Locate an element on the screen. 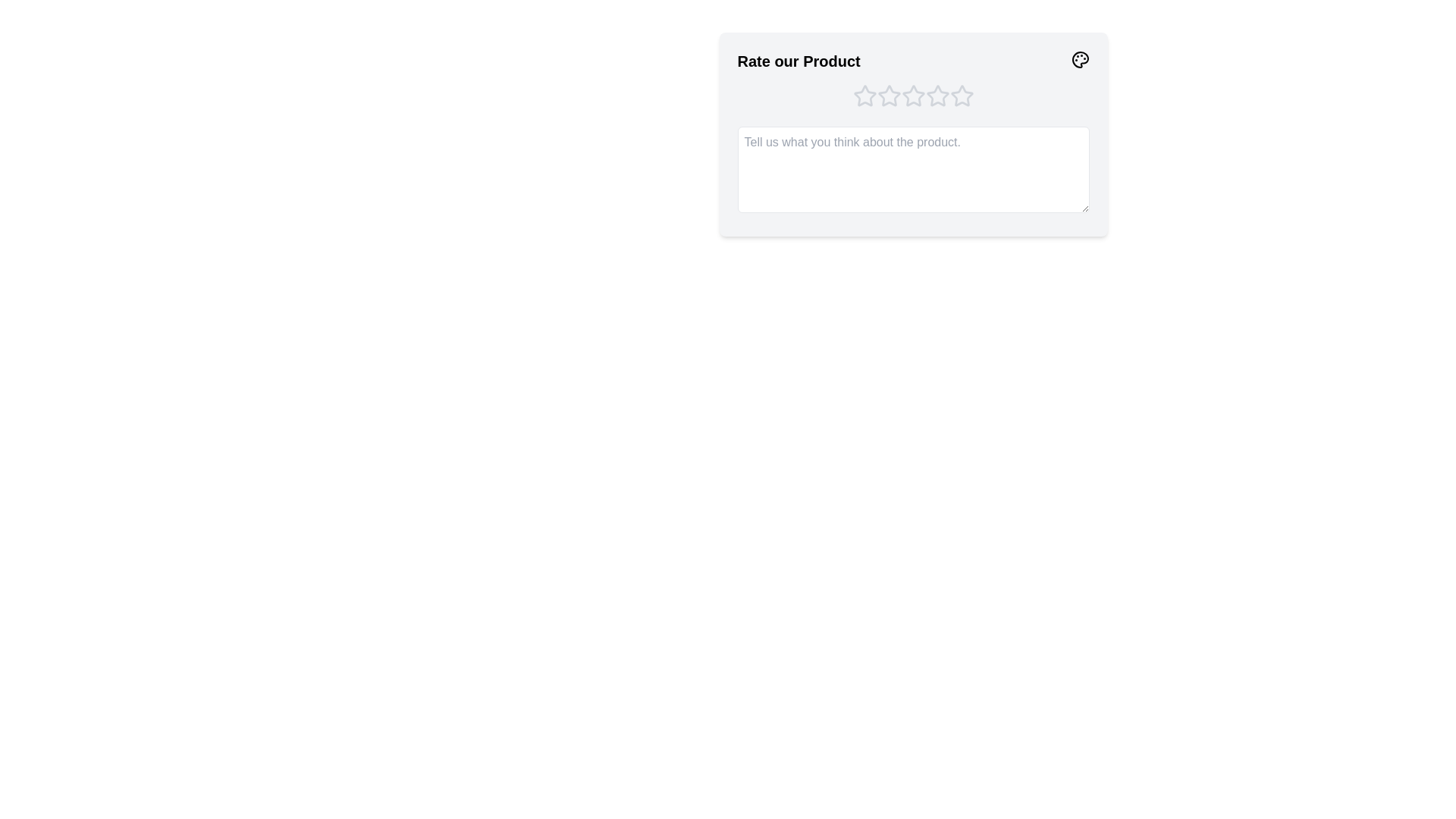 The height and width of the screenshot is (819, 1456). the product rating to 3 stars by clicking on the corresponding star is located at coordinates (912, 96).